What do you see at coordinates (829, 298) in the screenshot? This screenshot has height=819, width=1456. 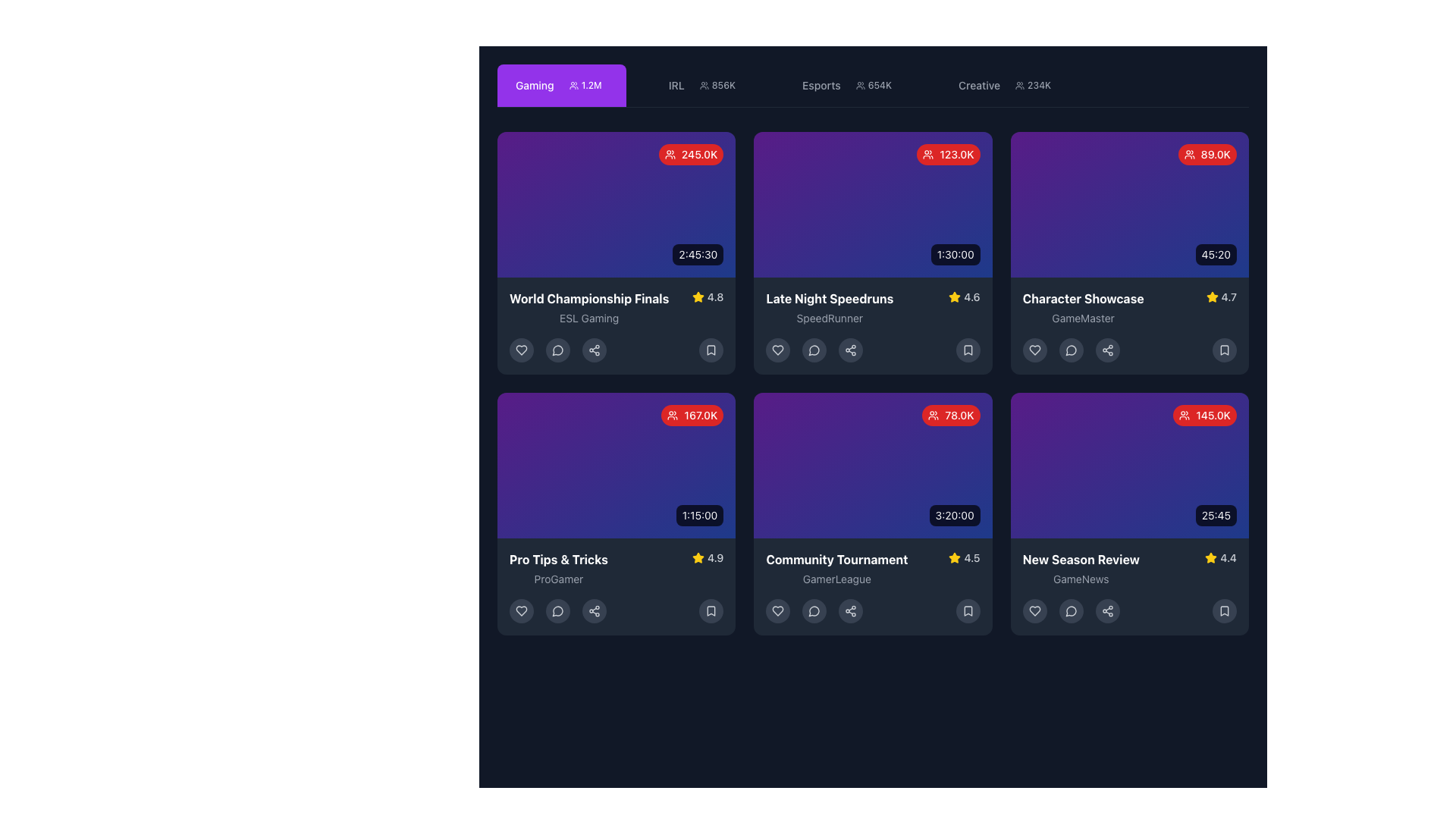 I see `the bold text label 'Late Night Speedruns' styled in white, located in the header section of the second card in the top row of a grid layout` at bounding box center [829, 298].